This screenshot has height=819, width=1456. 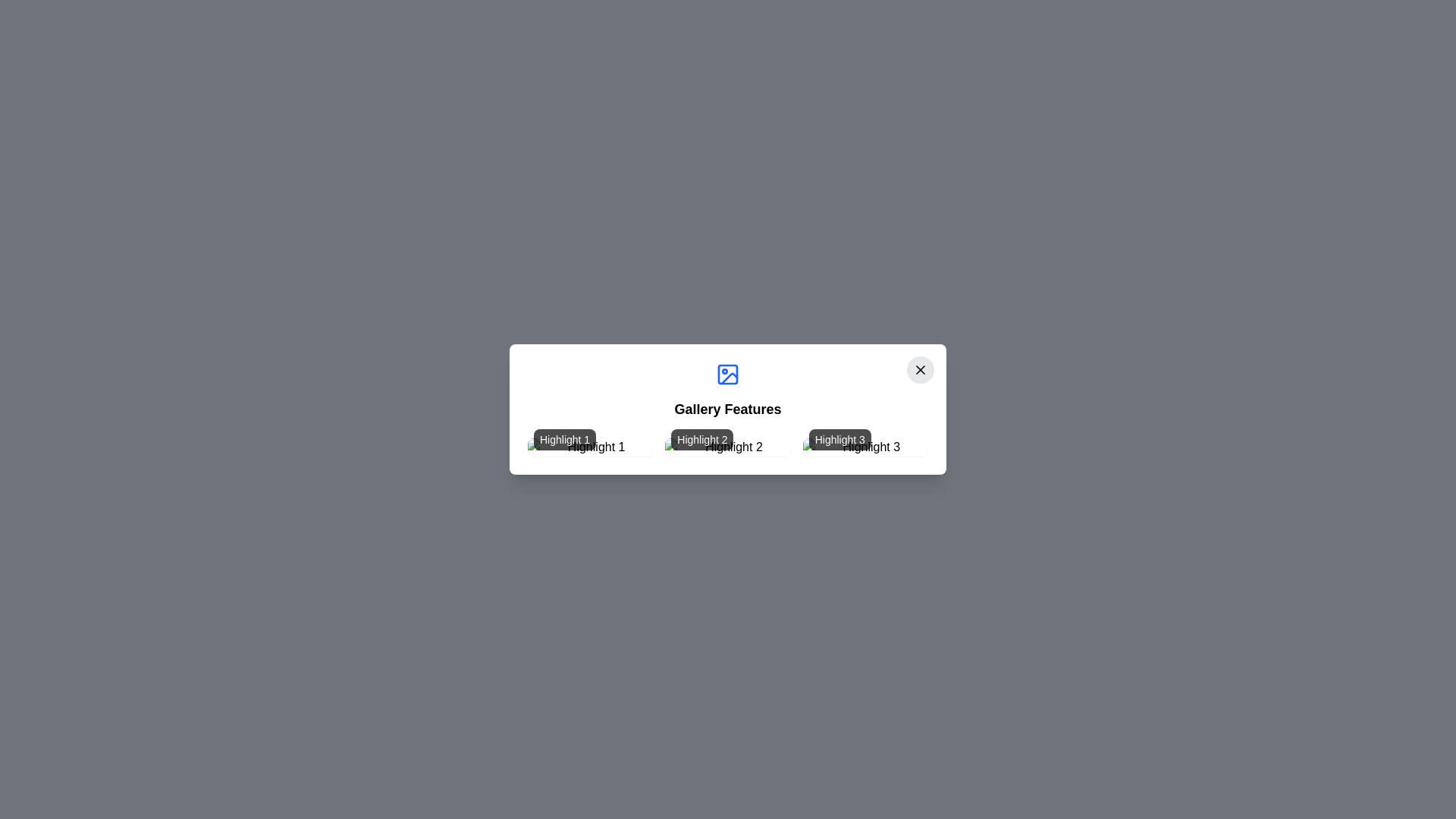 I want to click on the image labeled Highlight 3 to view its details, so click(x=865, y=447).